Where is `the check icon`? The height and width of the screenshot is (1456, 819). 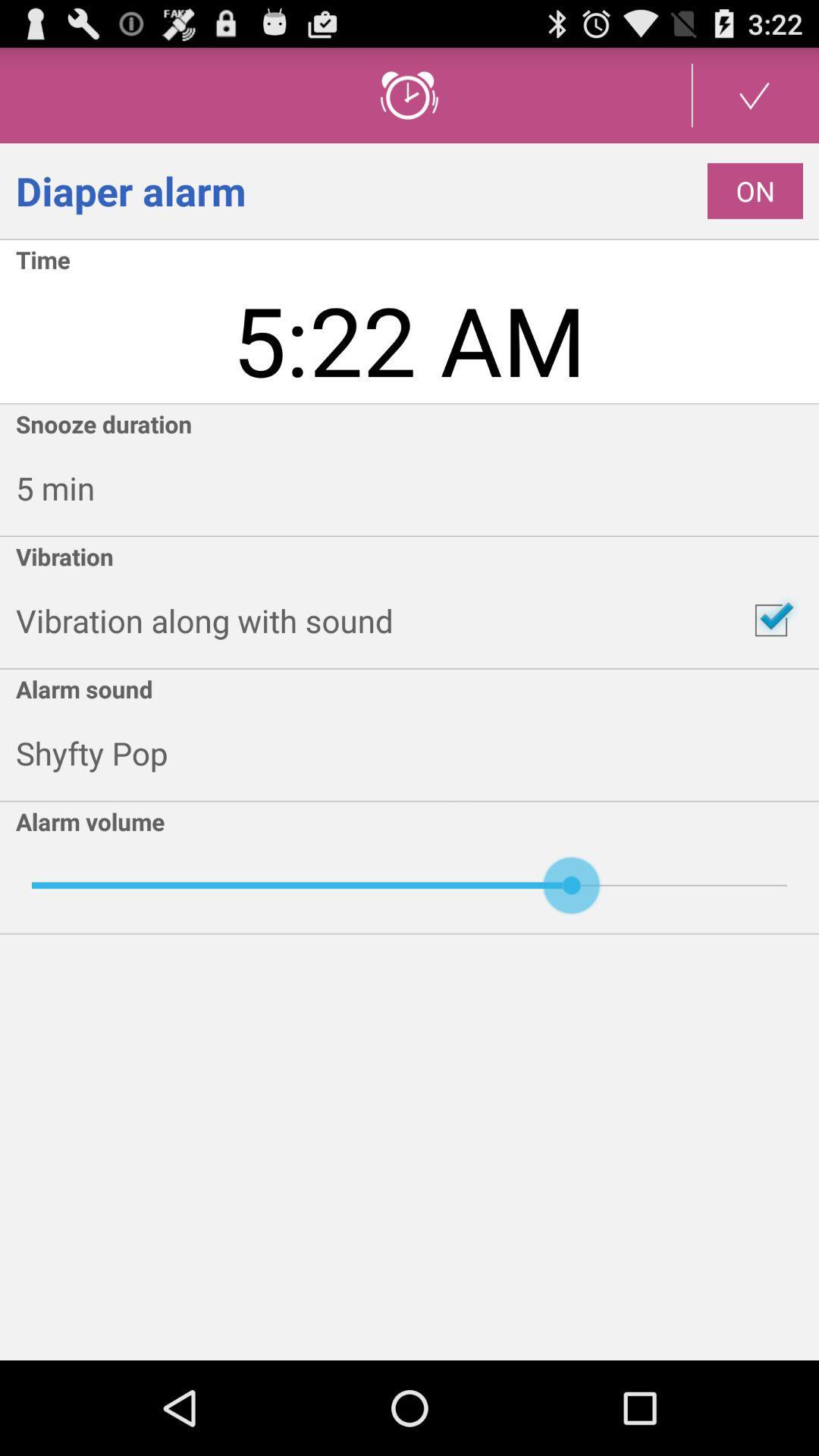 the check icon is located at coordinates (755, 101).